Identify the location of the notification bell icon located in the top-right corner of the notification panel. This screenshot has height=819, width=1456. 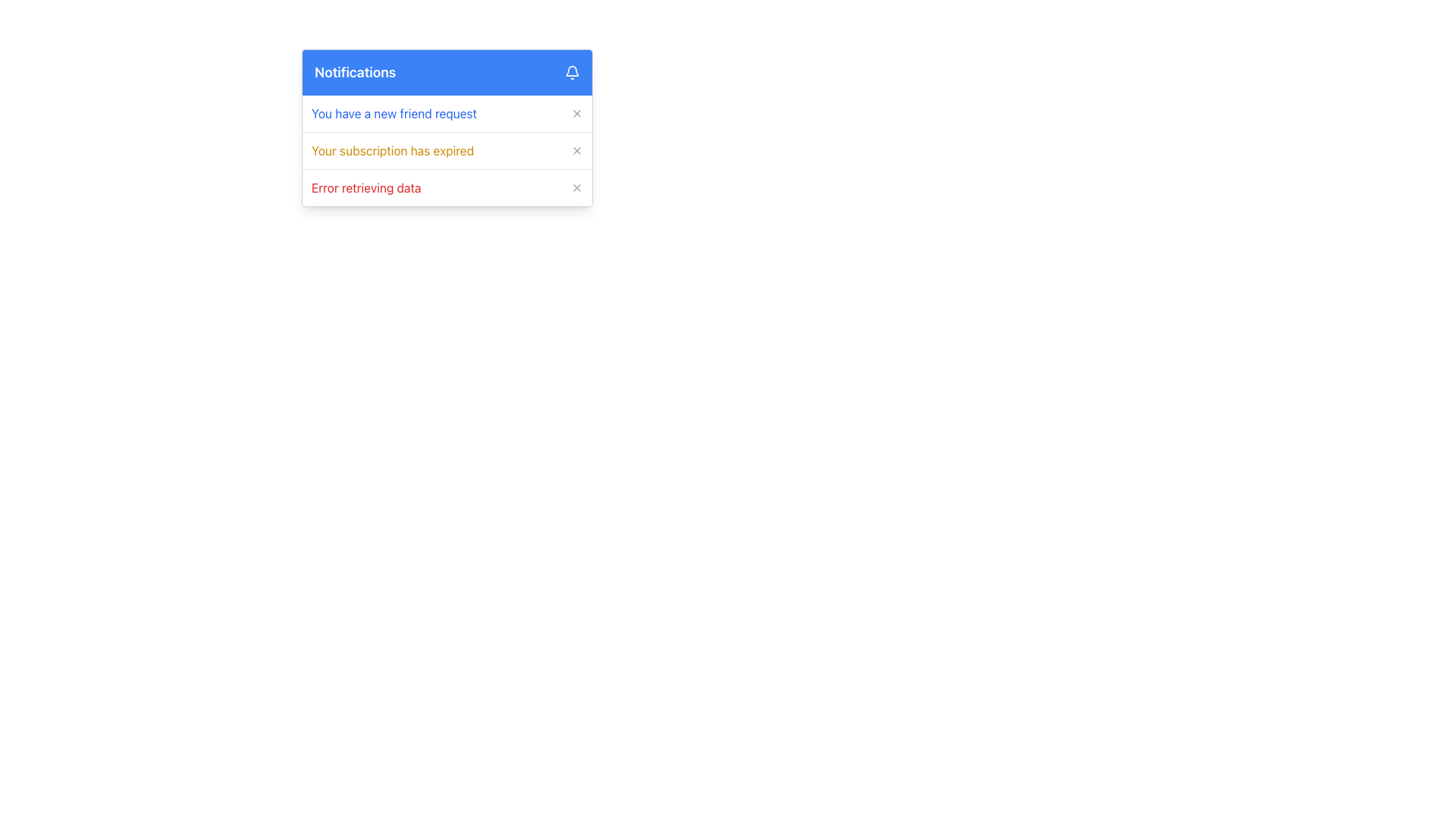
(571, 73).